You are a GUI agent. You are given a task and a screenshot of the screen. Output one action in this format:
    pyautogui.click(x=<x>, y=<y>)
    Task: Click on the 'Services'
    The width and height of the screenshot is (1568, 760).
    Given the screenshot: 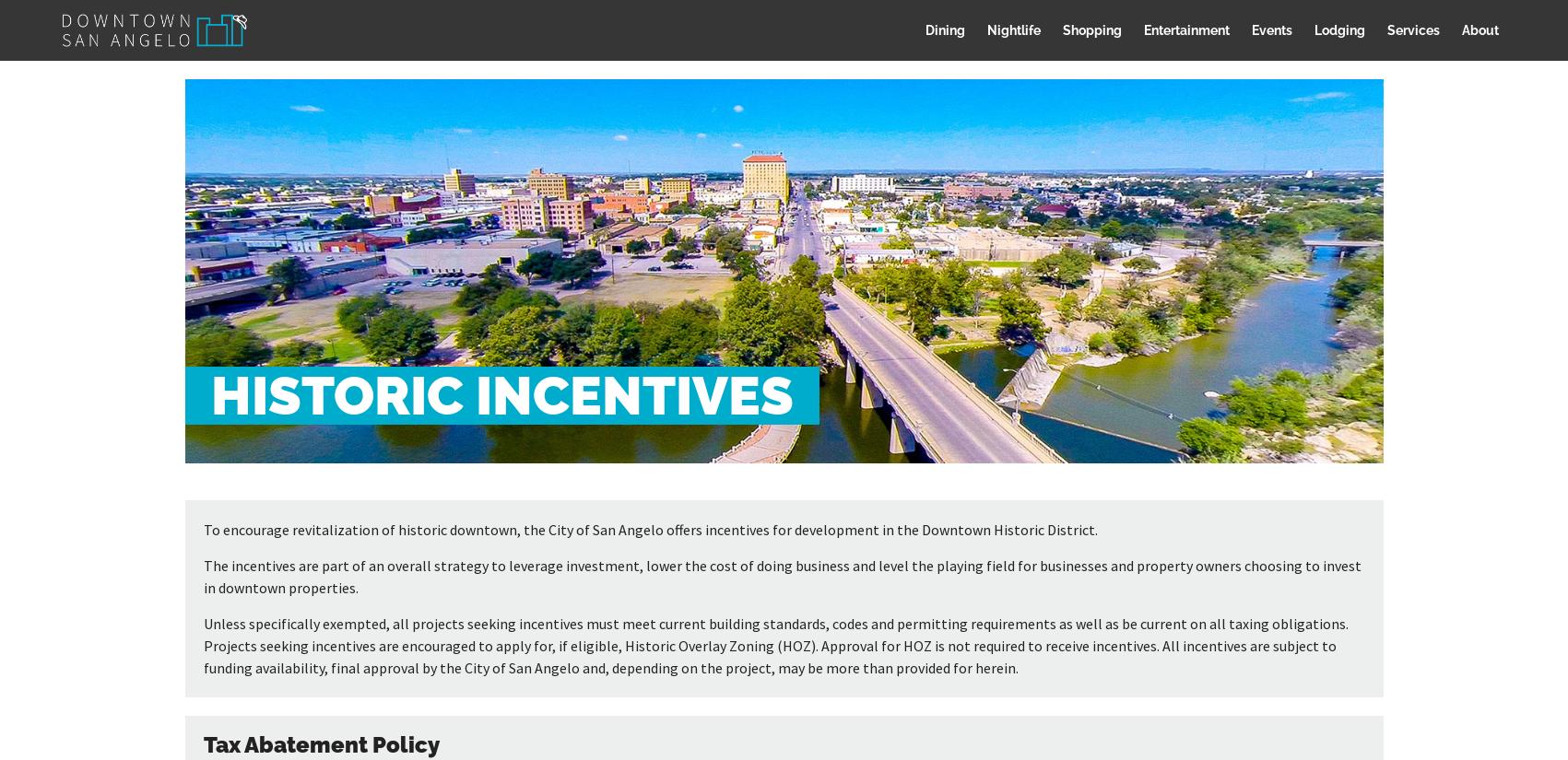 What is the action you would take?
    pyautogui.click(x=1412, y=29)
    